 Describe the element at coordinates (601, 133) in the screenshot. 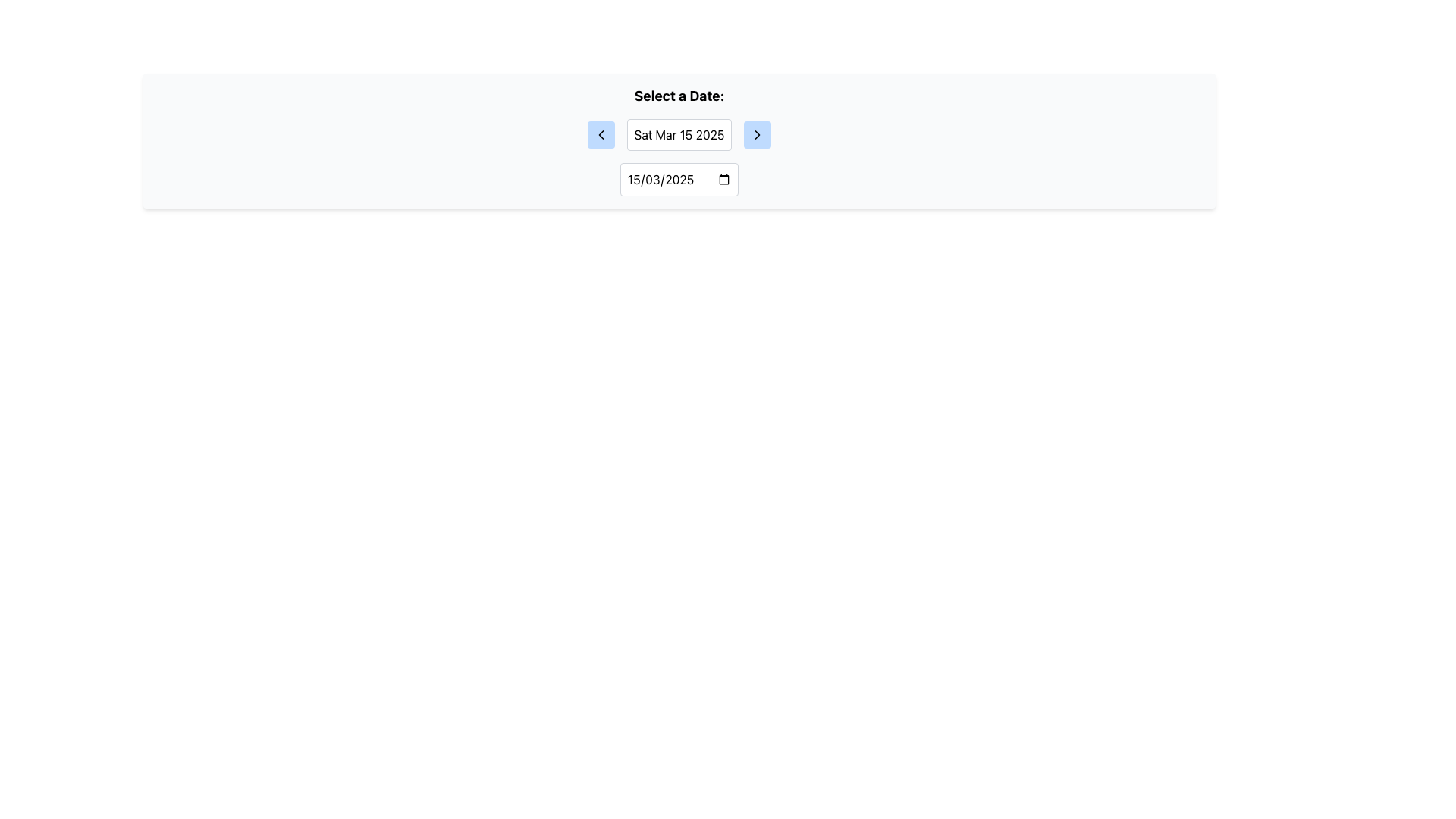

I see `the button located immediately to the left of the date text 'Sat Mar 15 2025'` at that location.